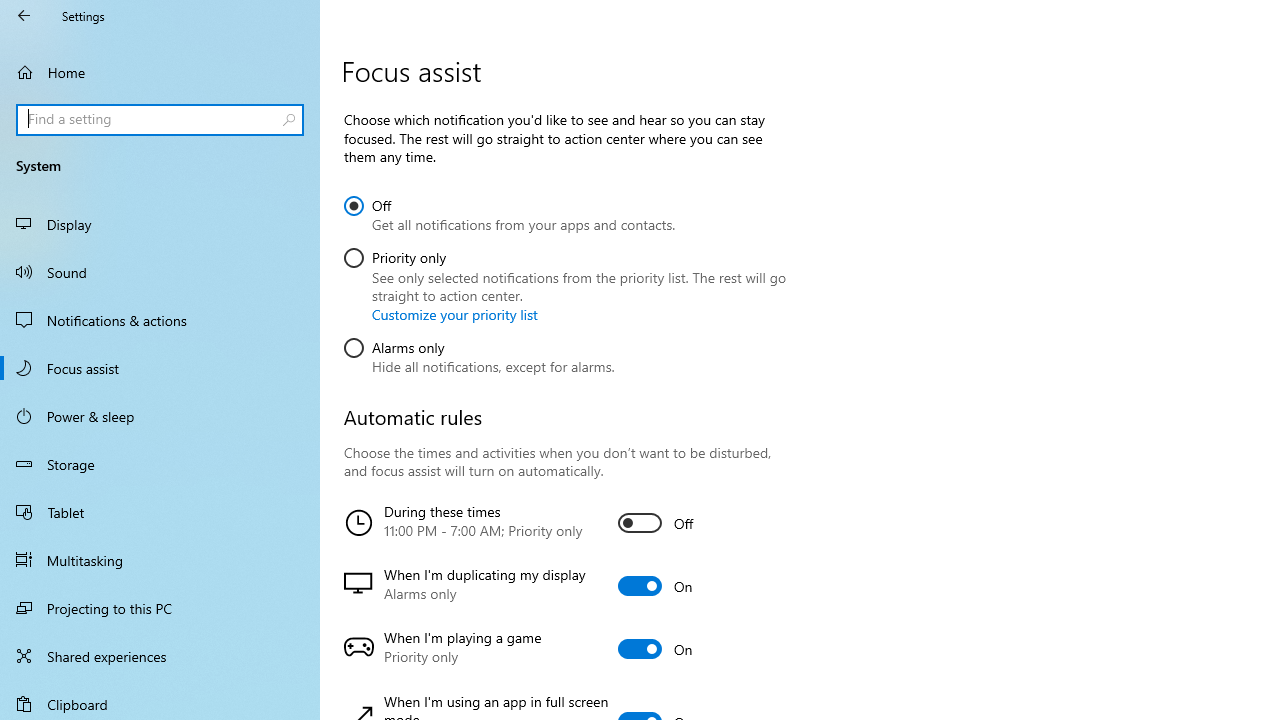 This screenshot has height=720, width=1280. Describe the element at coordinates (160, 464) in the screenshot. I see `'Storage'` at that location.